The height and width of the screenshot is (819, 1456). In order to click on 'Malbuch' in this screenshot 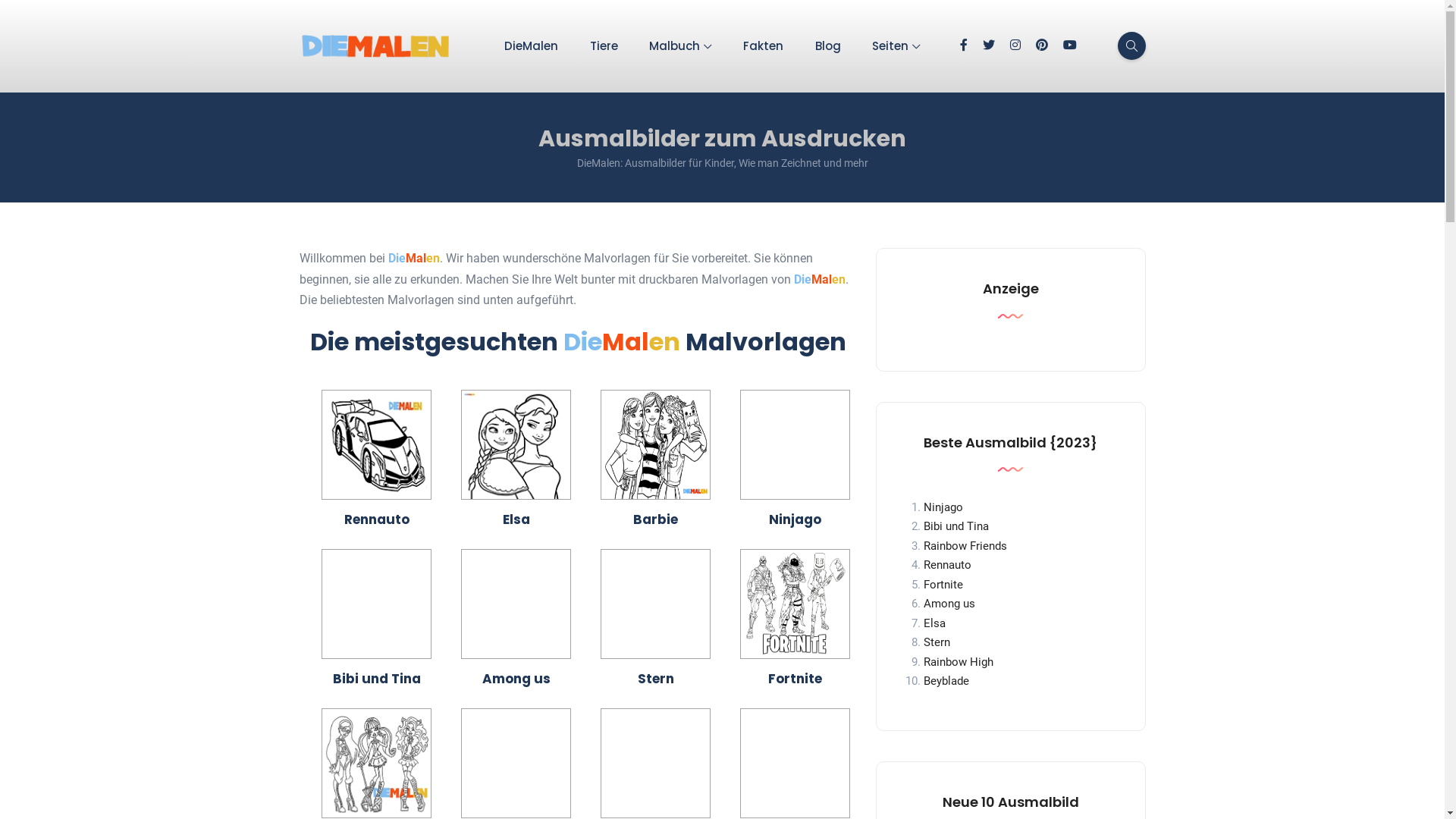, I will do `click(679, 45)`.